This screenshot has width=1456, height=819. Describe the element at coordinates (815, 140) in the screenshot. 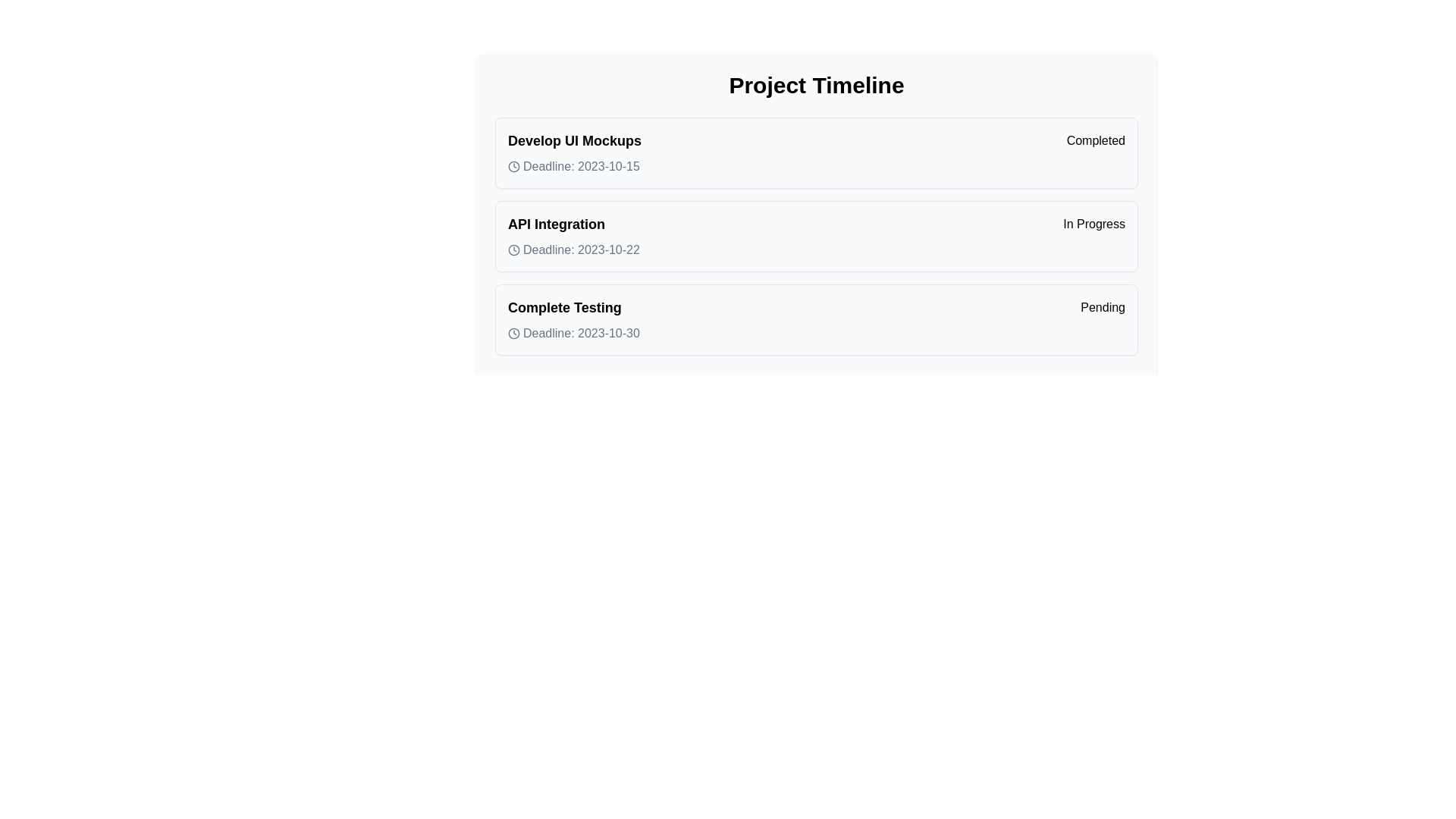

I see `the badge indicator of the task block in the 'Project Timeline' section to change the task status` at that location.